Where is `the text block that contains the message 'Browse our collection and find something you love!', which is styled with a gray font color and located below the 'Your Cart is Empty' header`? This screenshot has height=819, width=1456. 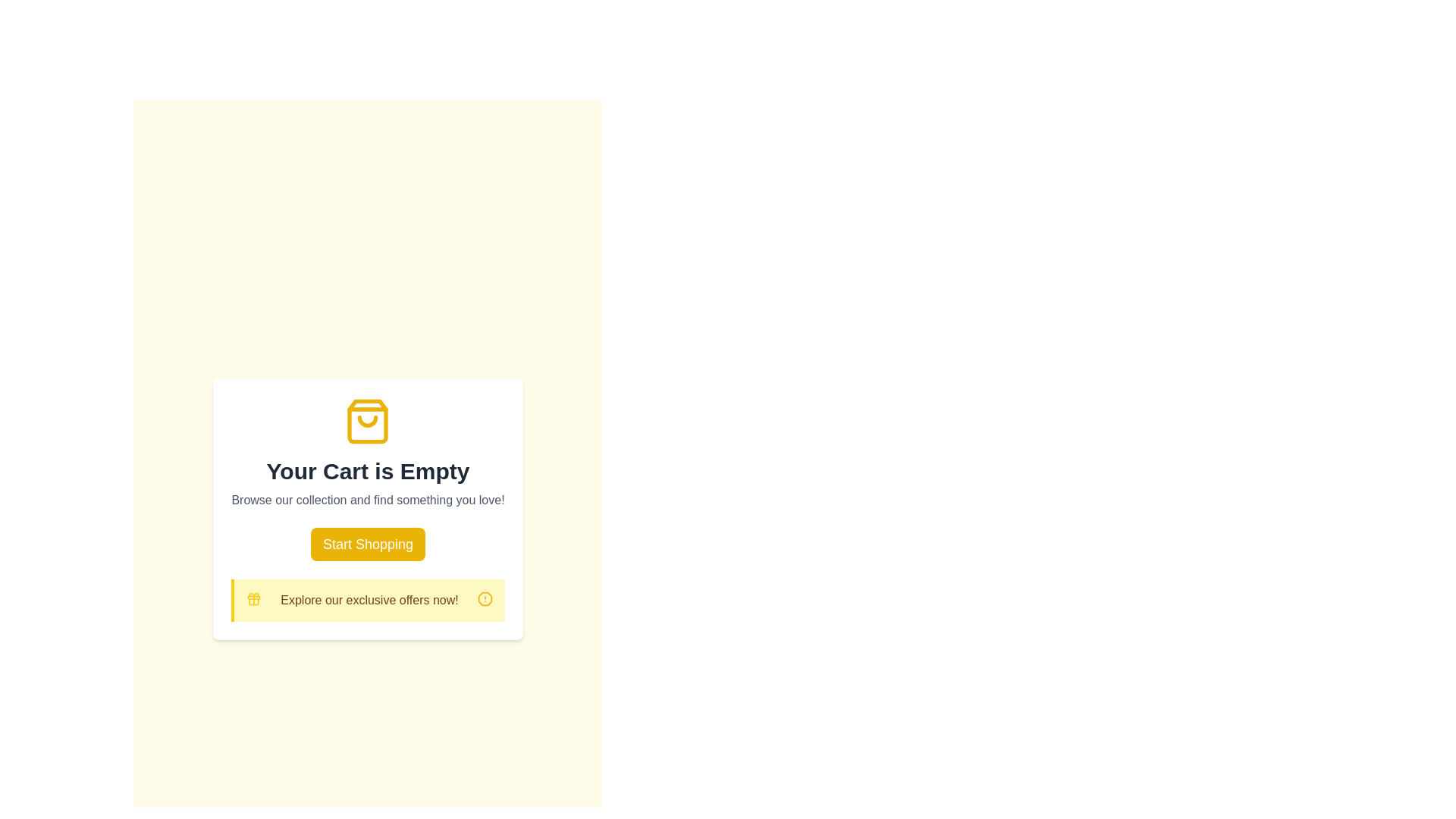
the text block that contains the message 'Browse our collection and find something you love!', which is styled with a gray font color and located below the 'Your Cart is Empty' header is located at coordinates (368, 500).